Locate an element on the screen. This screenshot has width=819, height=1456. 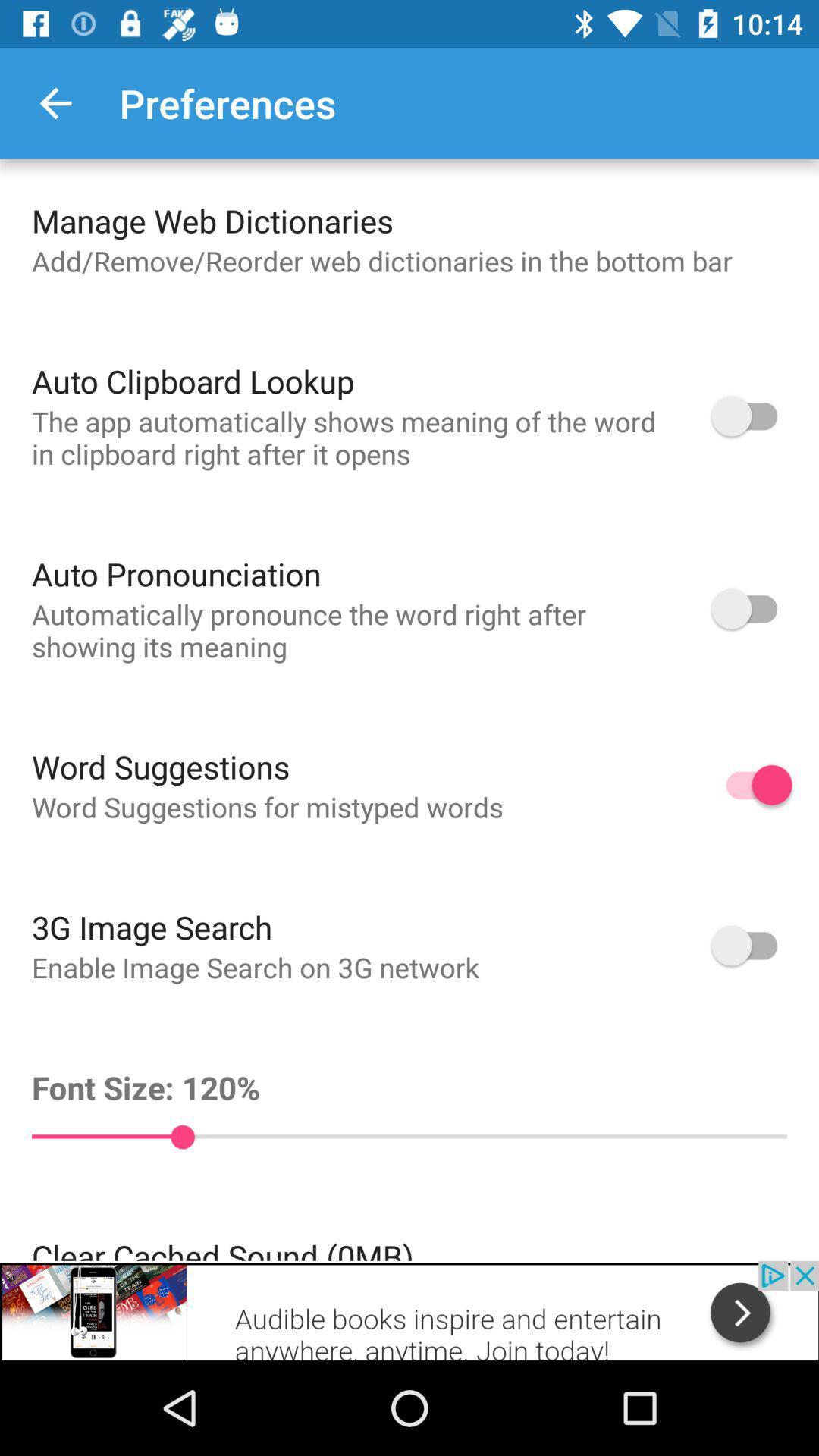
tag the auto play is located at coordinates (752, 944).